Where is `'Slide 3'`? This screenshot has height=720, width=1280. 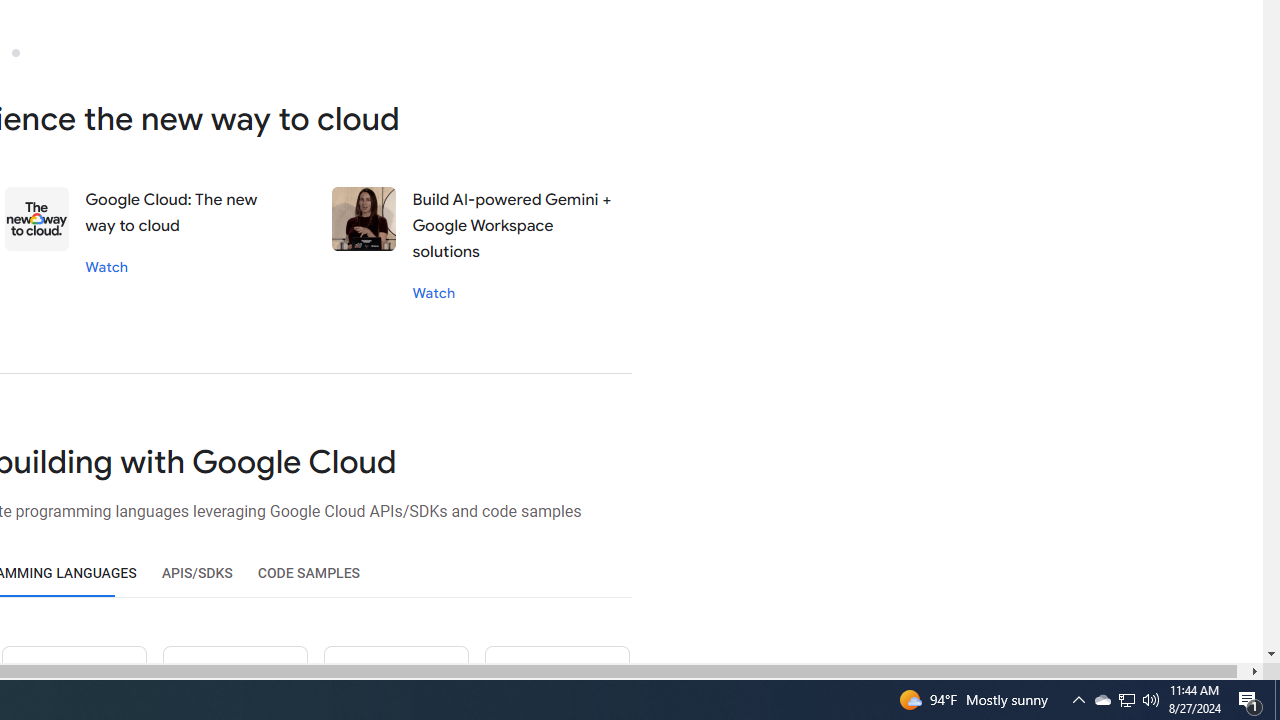 'Slide 3' is located at coordinates (15, 51).